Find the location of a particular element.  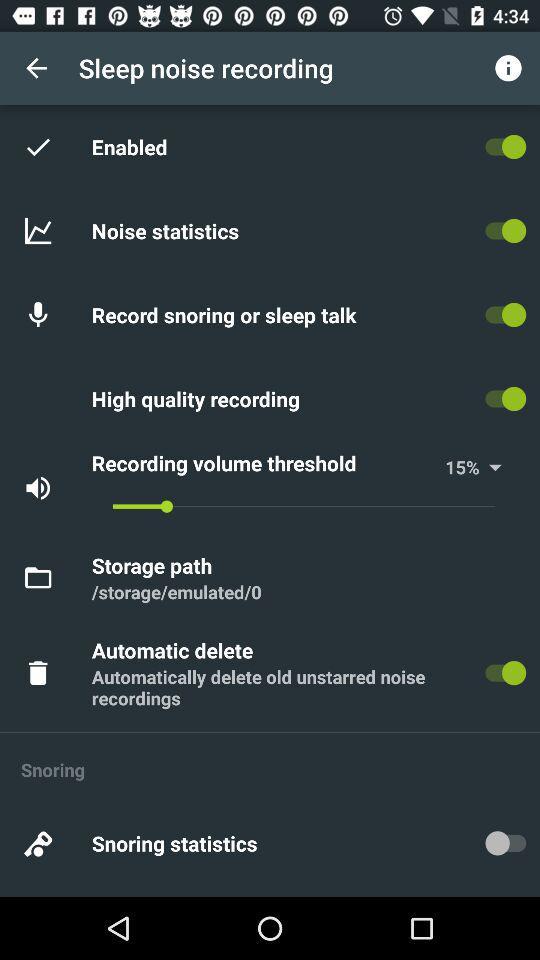

noise statistics is located at coordinates (167, 230).